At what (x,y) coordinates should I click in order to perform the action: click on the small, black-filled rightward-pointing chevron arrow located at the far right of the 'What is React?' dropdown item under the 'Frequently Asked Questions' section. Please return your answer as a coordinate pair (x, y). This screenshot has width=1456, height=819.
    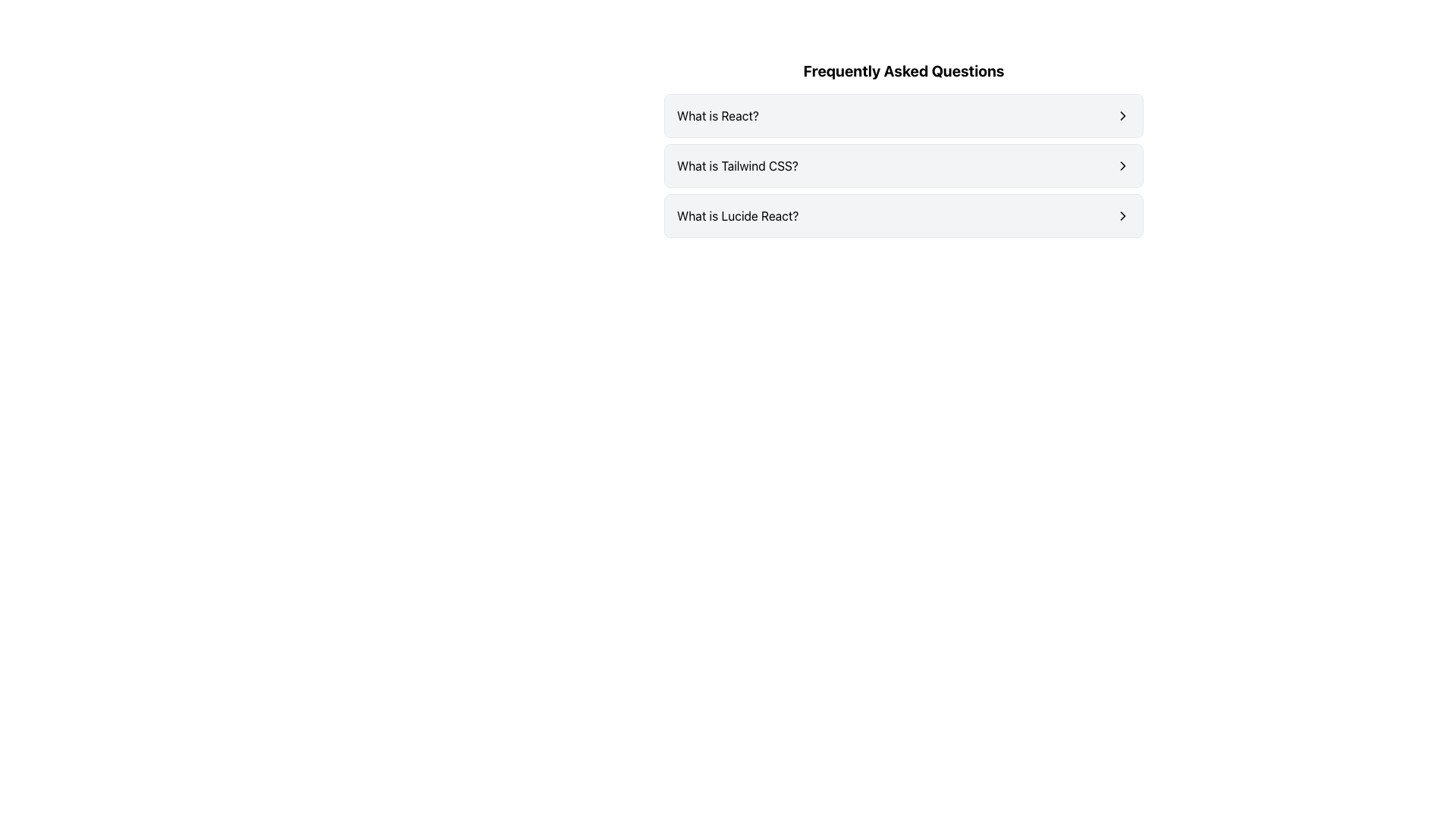
    Looking at the image, I should click on (1123, 115).